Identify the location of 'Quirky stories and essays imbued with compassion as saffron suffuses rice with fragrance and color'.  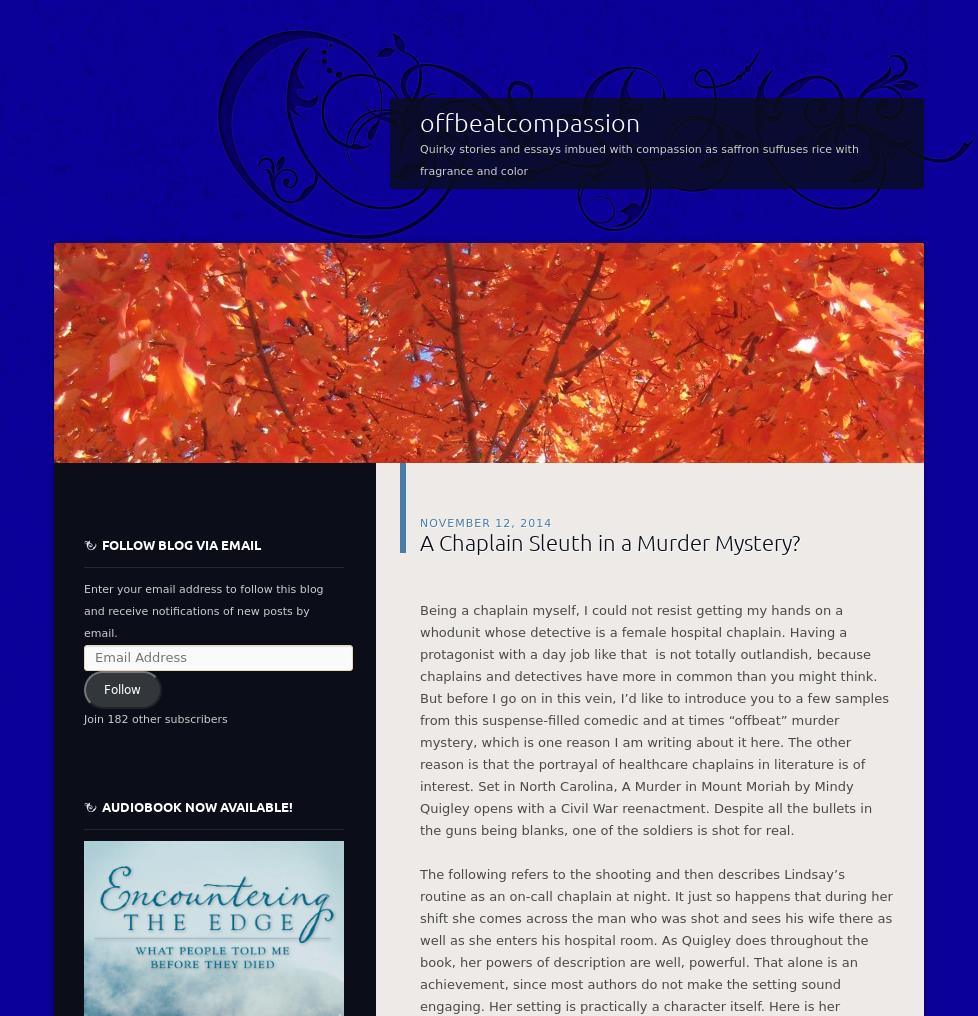
(639, 158).